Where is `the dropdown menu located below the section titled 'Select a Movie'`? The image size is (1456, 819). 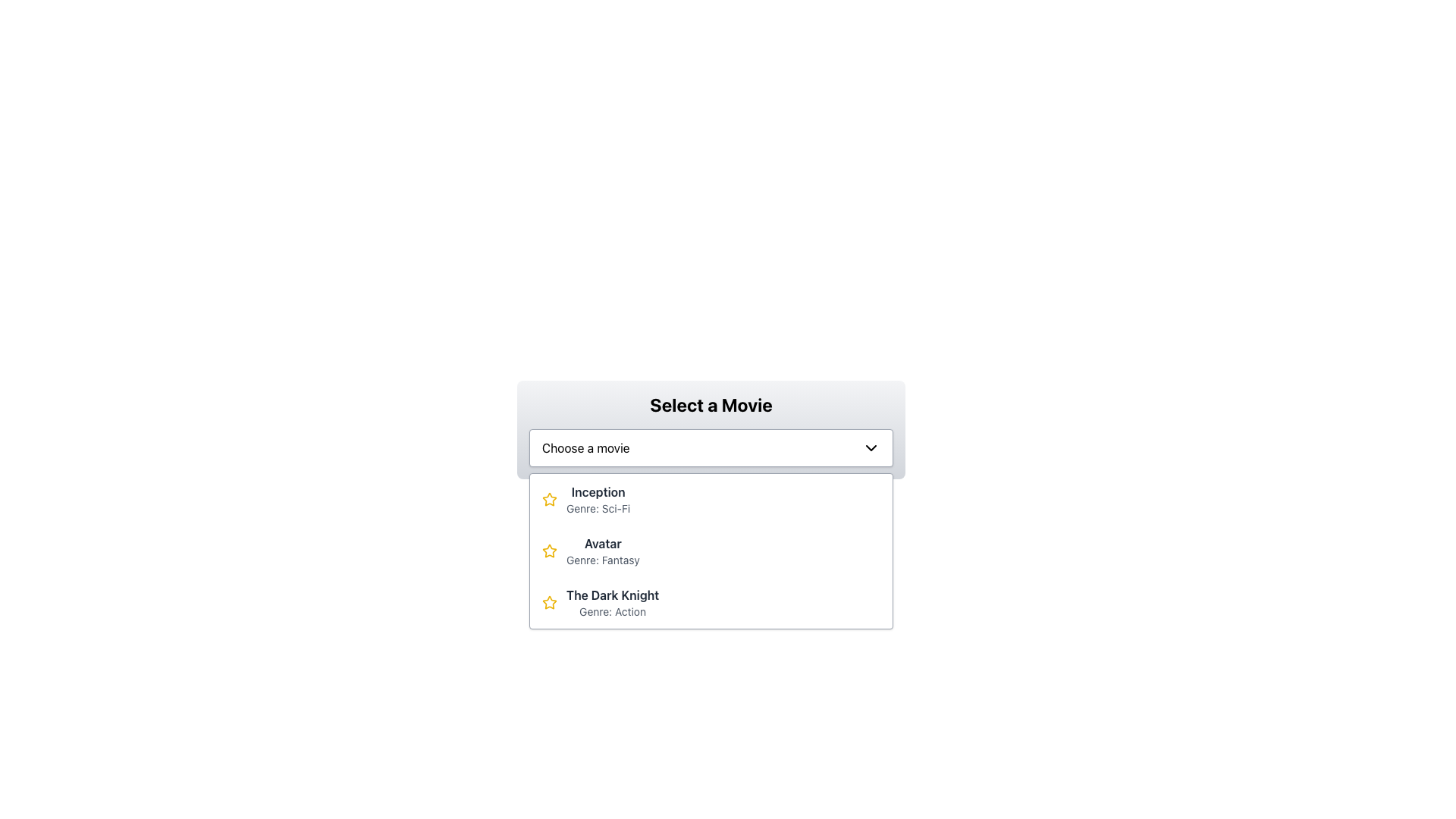
the dropdown menu located below the section titled 'Select a Movie' is located at coordinates (710, 447).